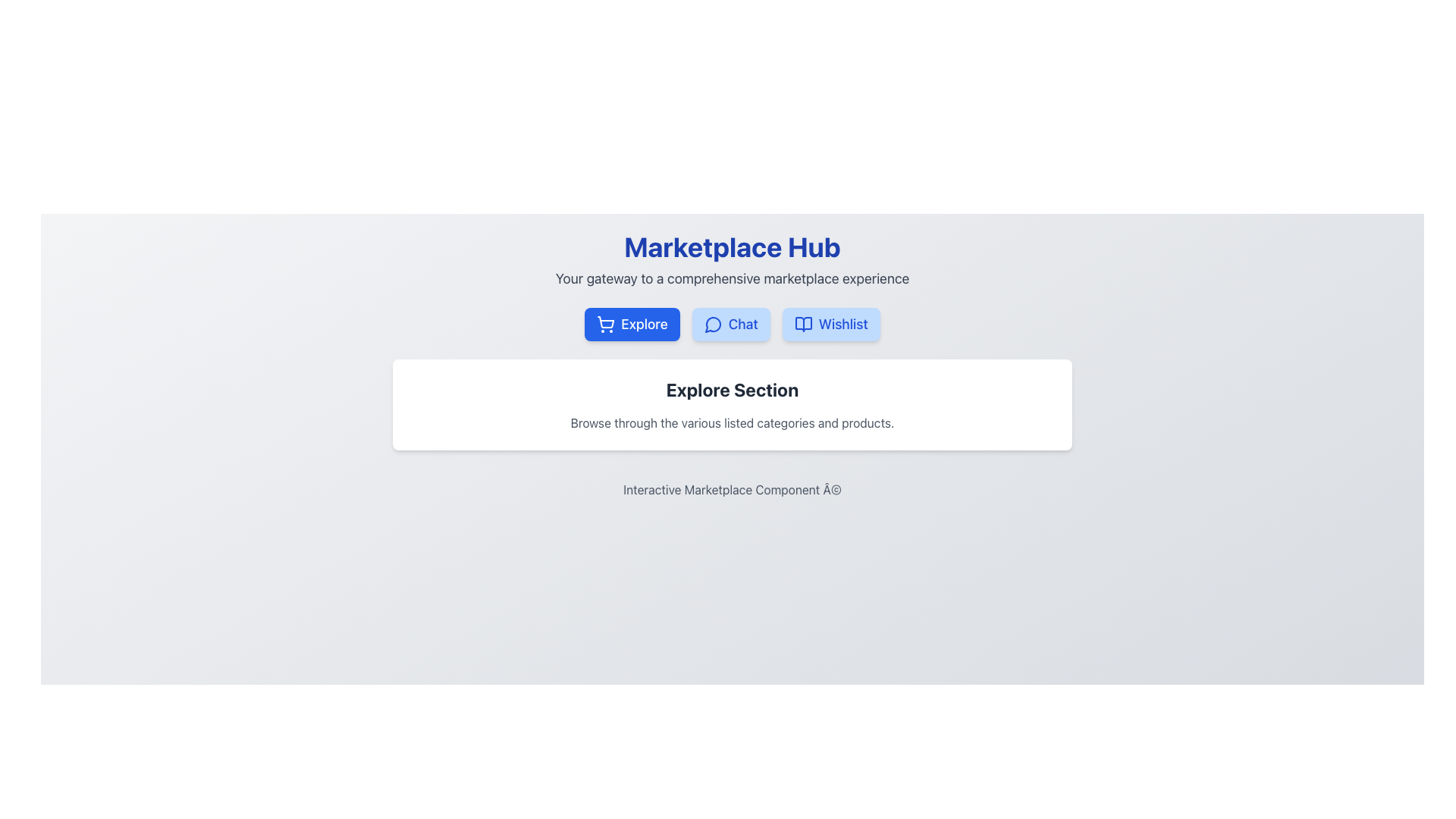  Describe the element at coordinates (732, 489) in the screenshot. I see `the footer text label that serves as a branding or copyright notice, positioned at the bottom-center of the page` at that location.